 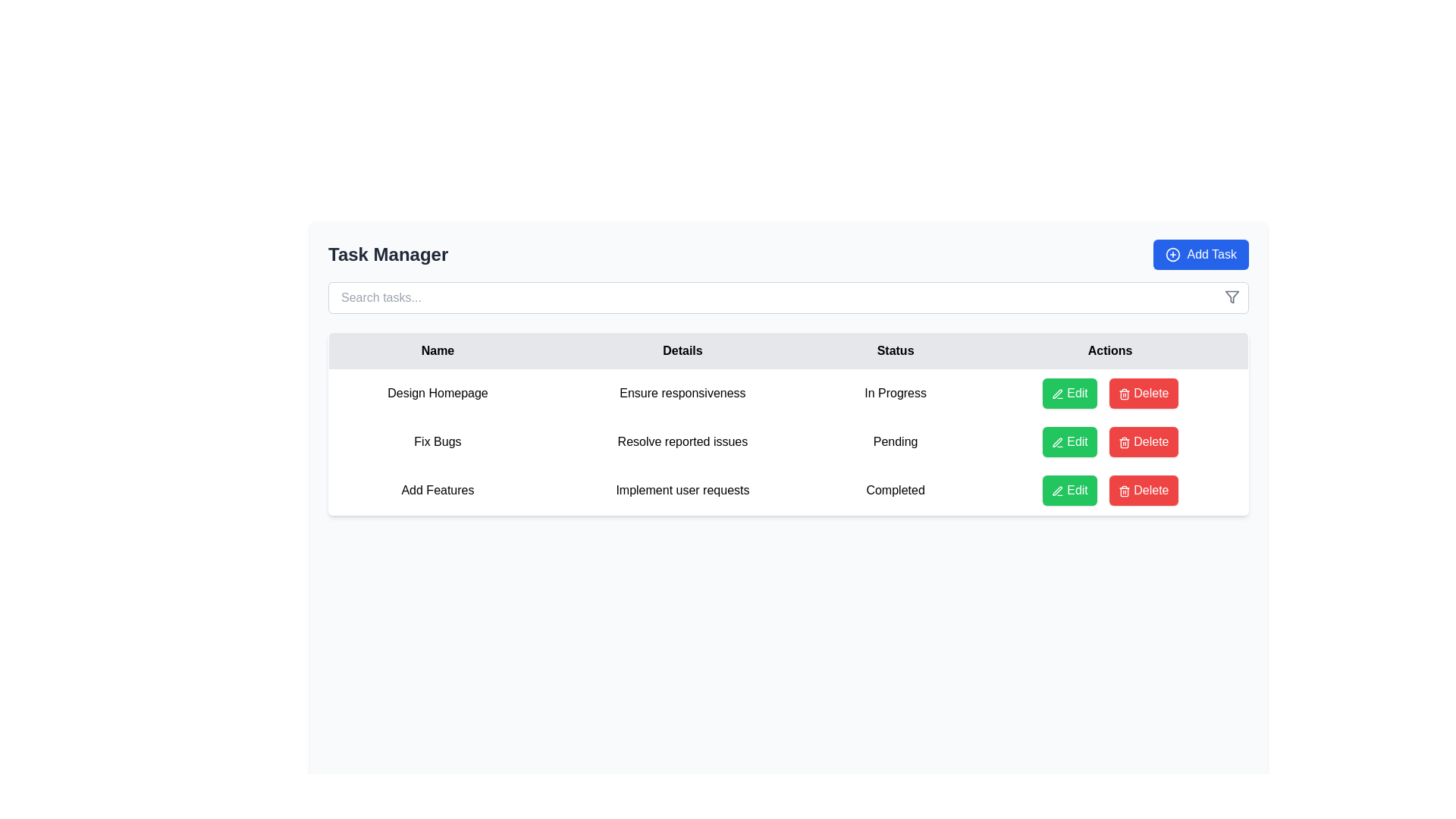 What do you see at coordinates (1124, 442) in the screenshot?
I see `the small red trashbin icon within the 'Delete' button in the 'Actions' column of the task manager interface as a visual cue` at bounding box center [1124, 442].